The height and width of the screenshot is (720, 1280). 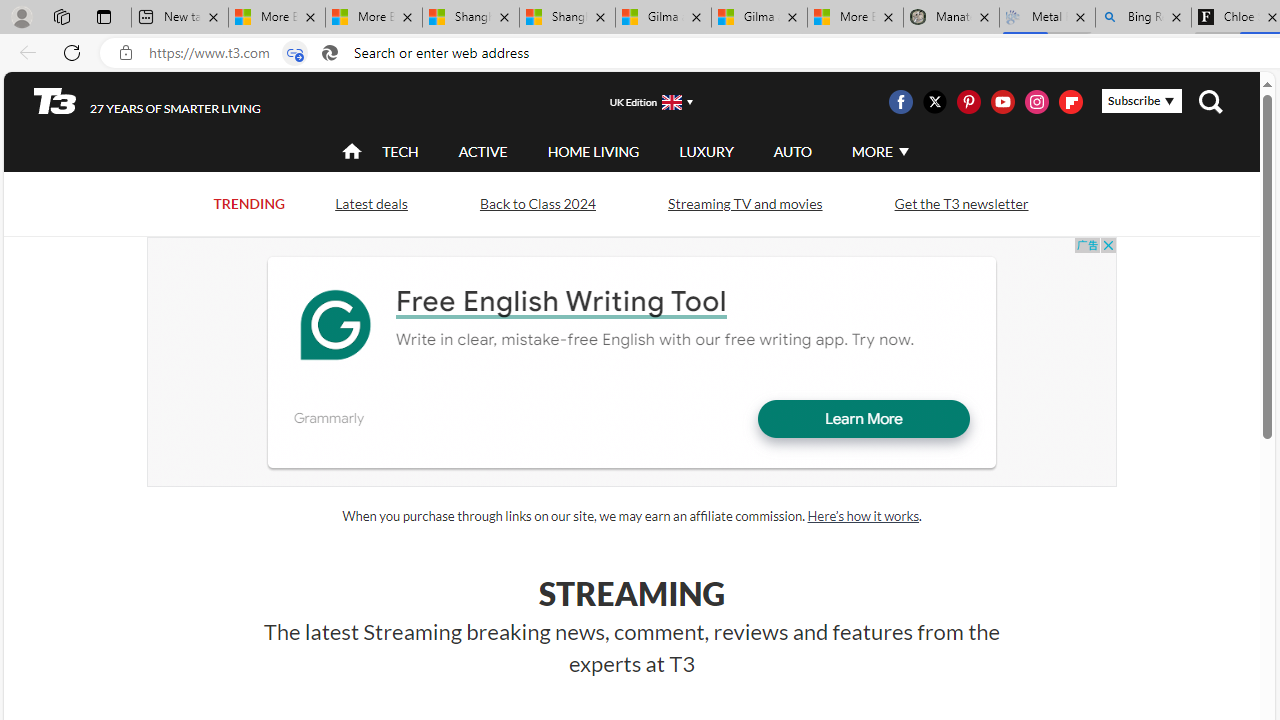 I want to click on 'Get the T3 newsletter', so click(x=961, y=204).